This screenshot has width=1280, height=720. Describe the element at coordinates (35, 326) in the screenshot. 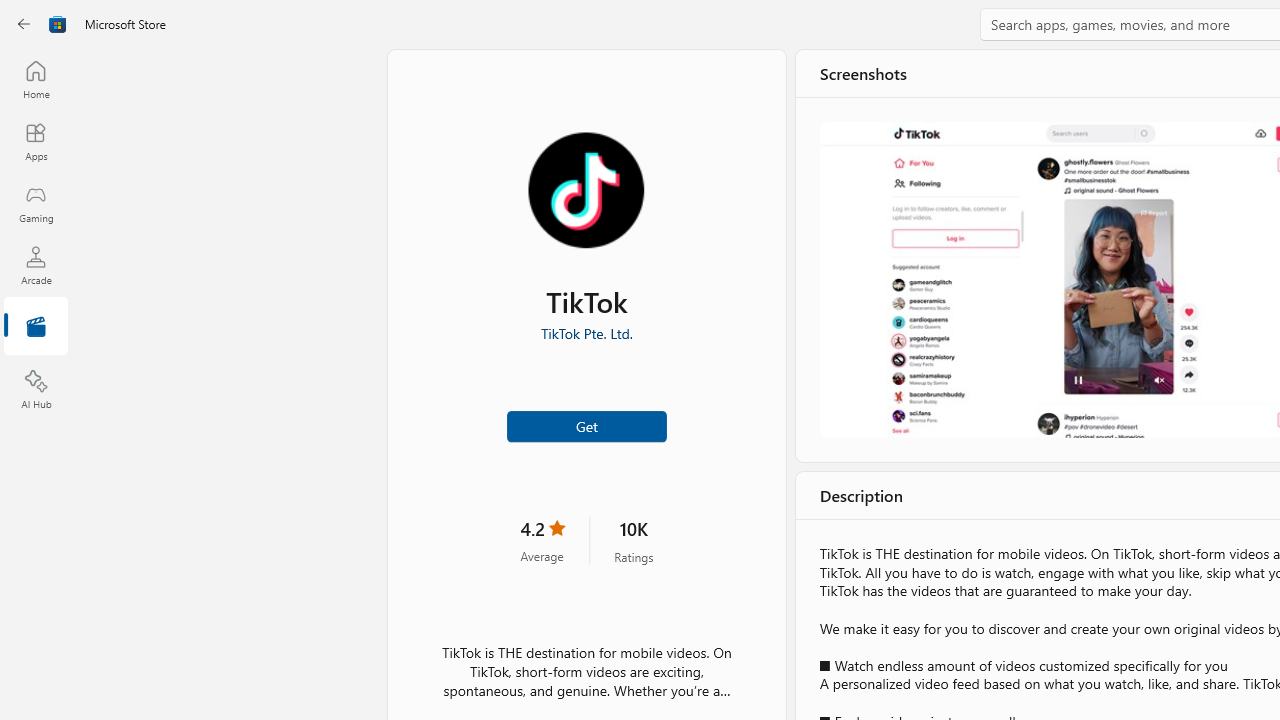

I see `'Entertainment'` at that location.